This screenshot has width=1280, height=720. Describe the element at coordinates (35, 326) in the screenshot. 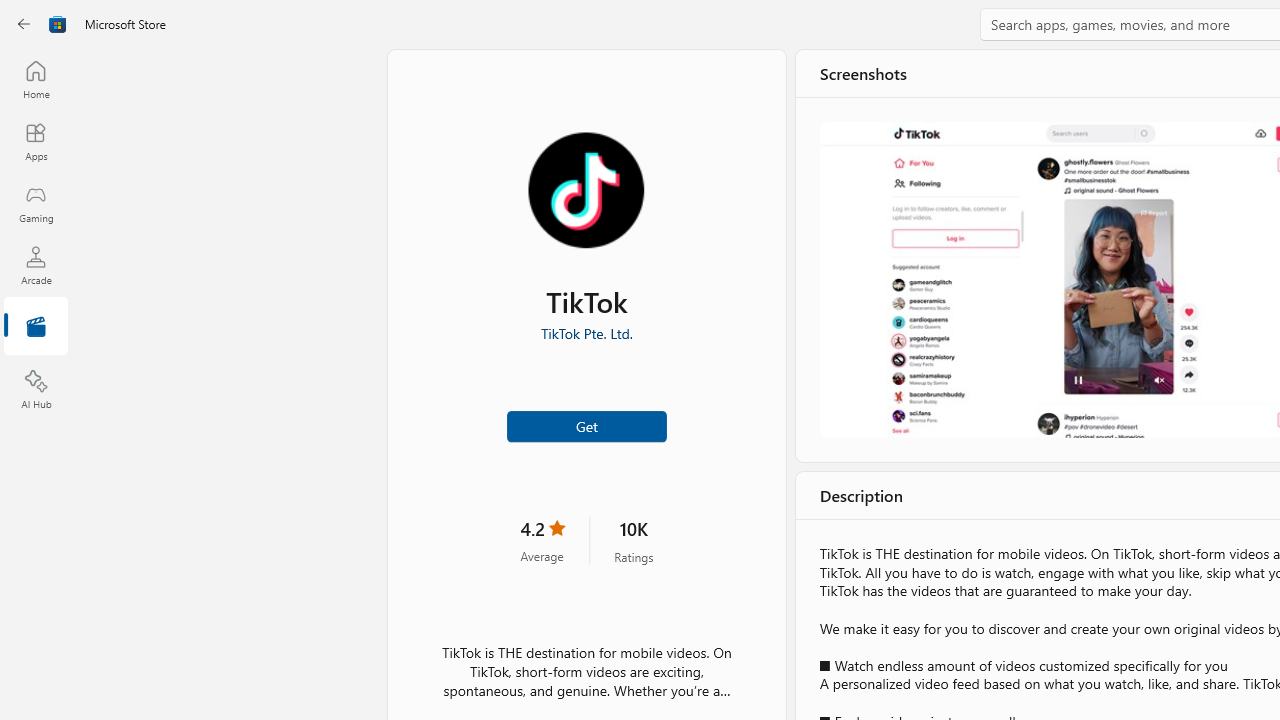

I see `'Entertainment'` at that location.